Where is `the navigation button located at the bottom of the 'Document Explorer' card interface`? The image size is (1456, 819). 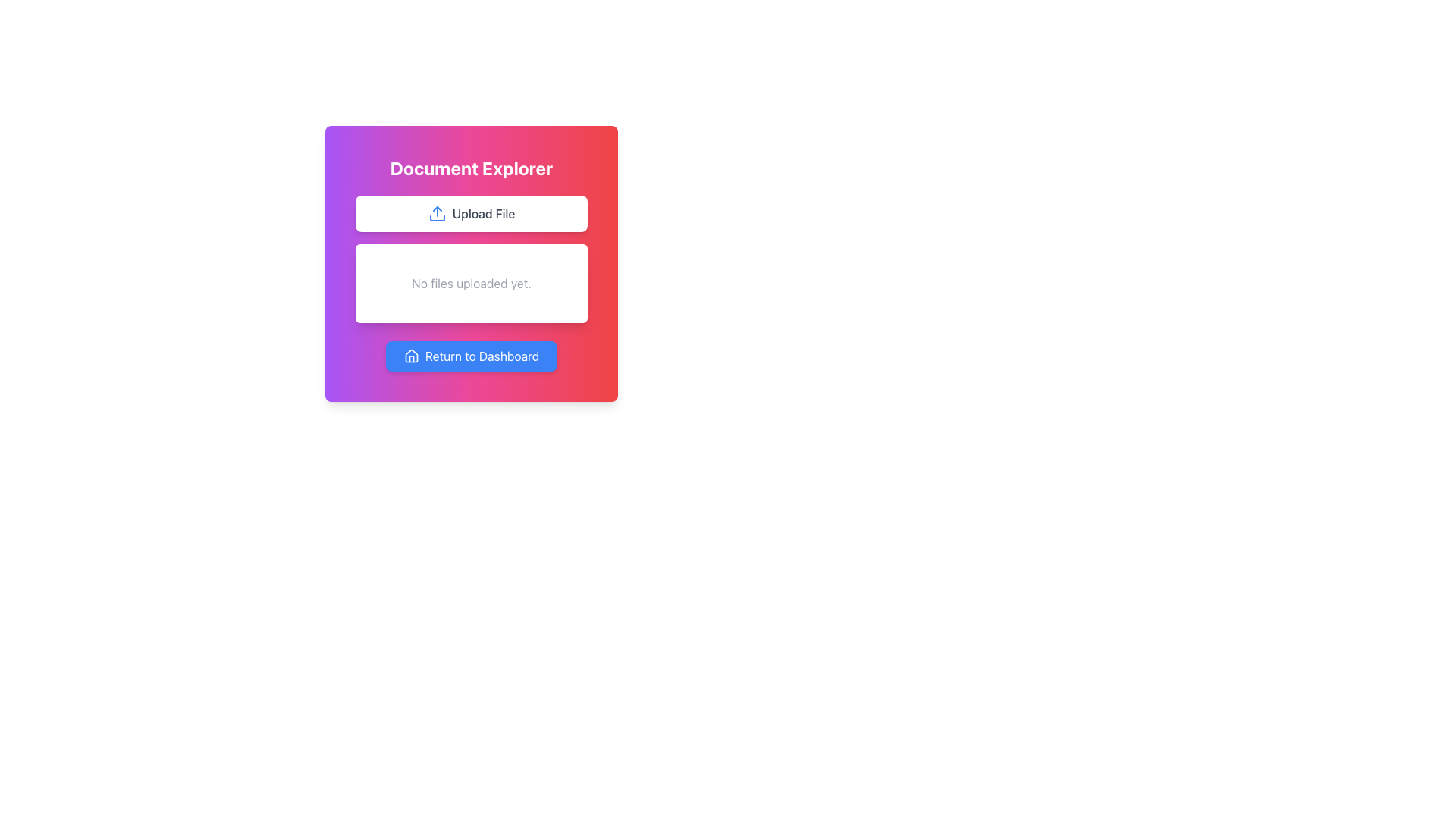
the navigation button located at the bottom of the 'Document Explorer' card interface is located at coordinates (471, 356).